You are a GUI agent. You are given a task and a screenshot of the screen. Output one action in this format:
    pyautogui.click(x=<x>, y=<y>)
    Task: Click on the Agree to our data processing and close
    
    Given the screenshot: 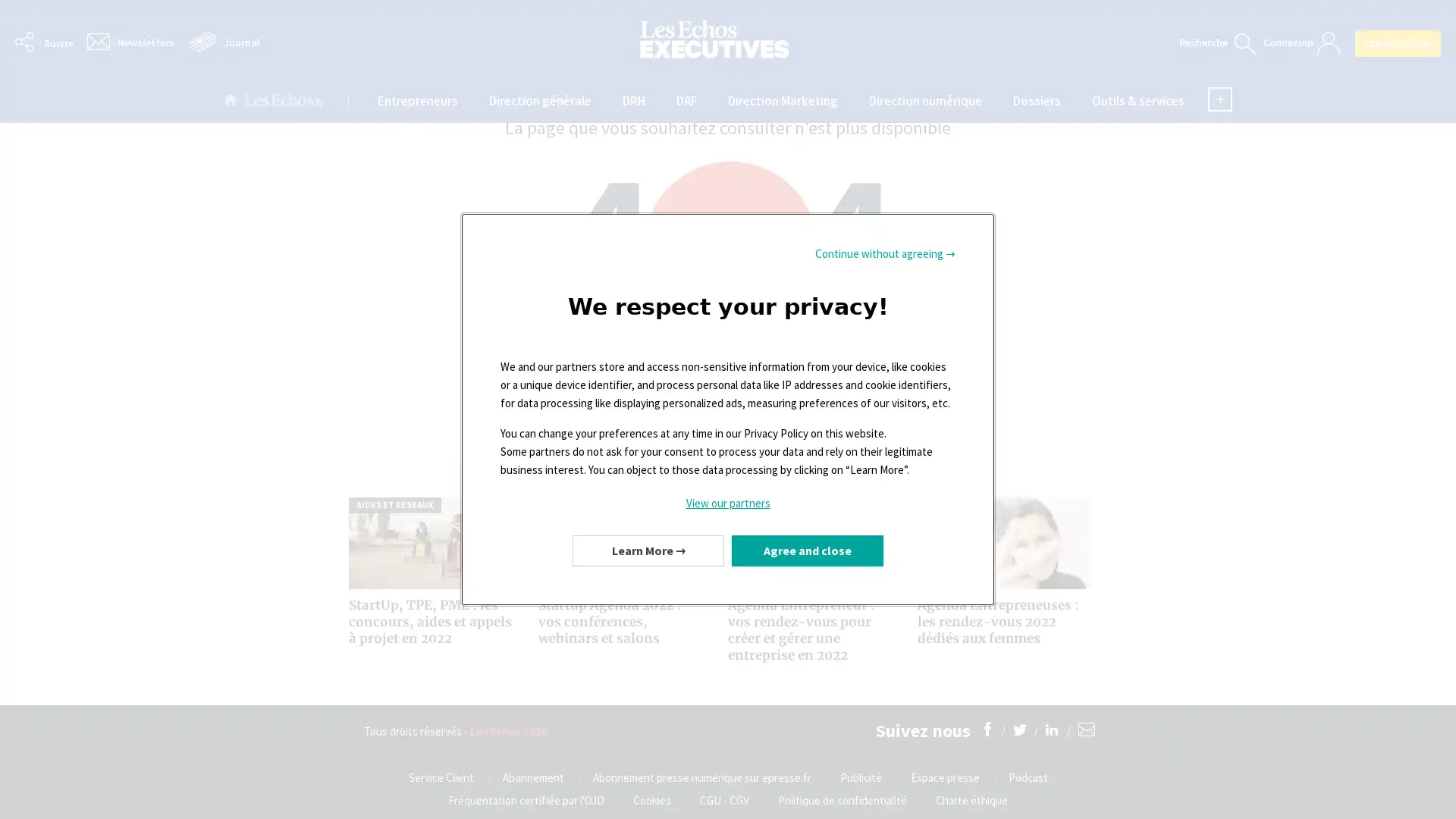 What is the action you would take?
    pyautogui.click(x=807, y=550)
    